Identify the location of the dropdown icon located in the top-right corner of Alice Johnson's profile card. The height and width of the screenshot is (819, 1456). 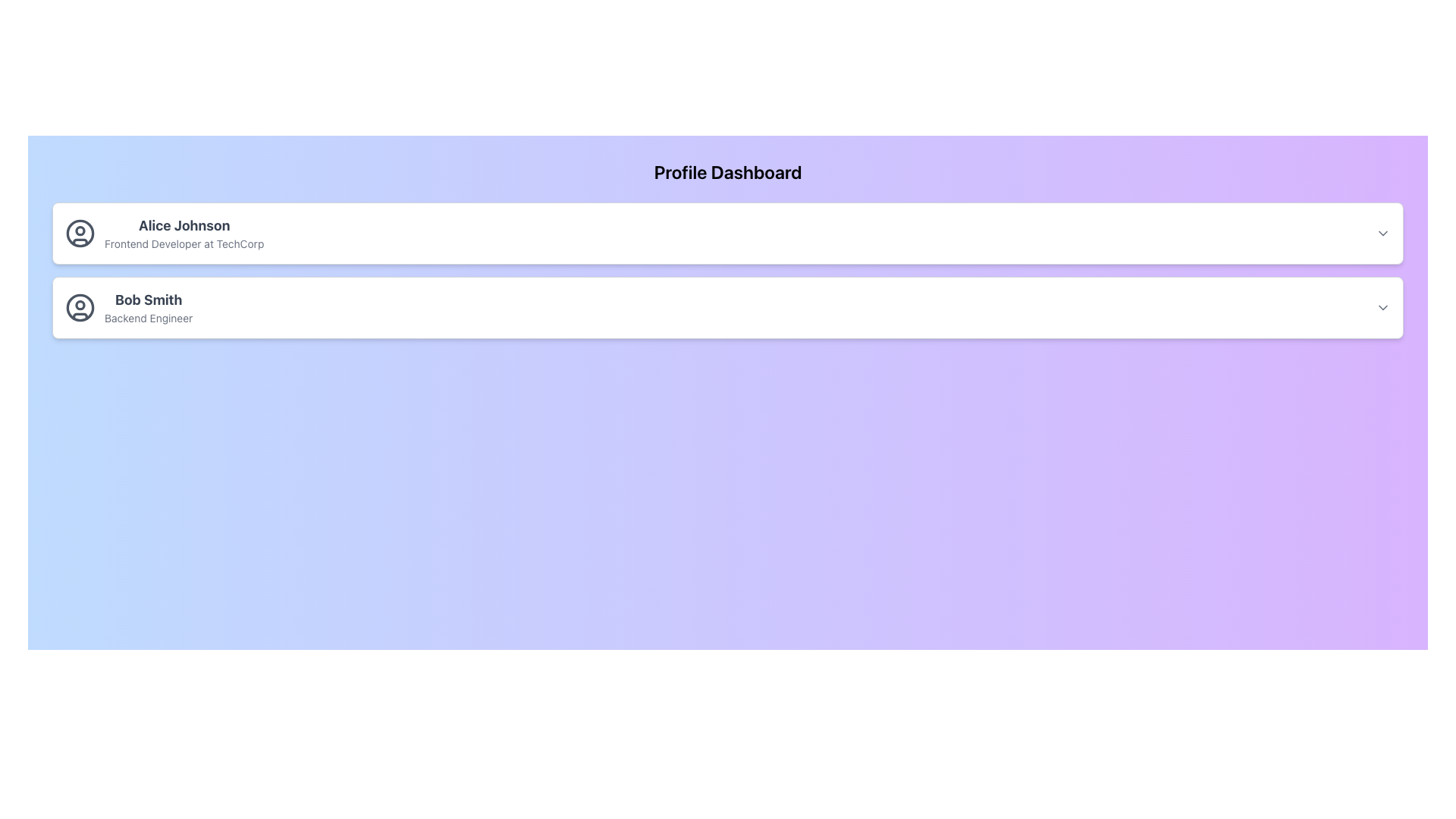
(1383, 234).